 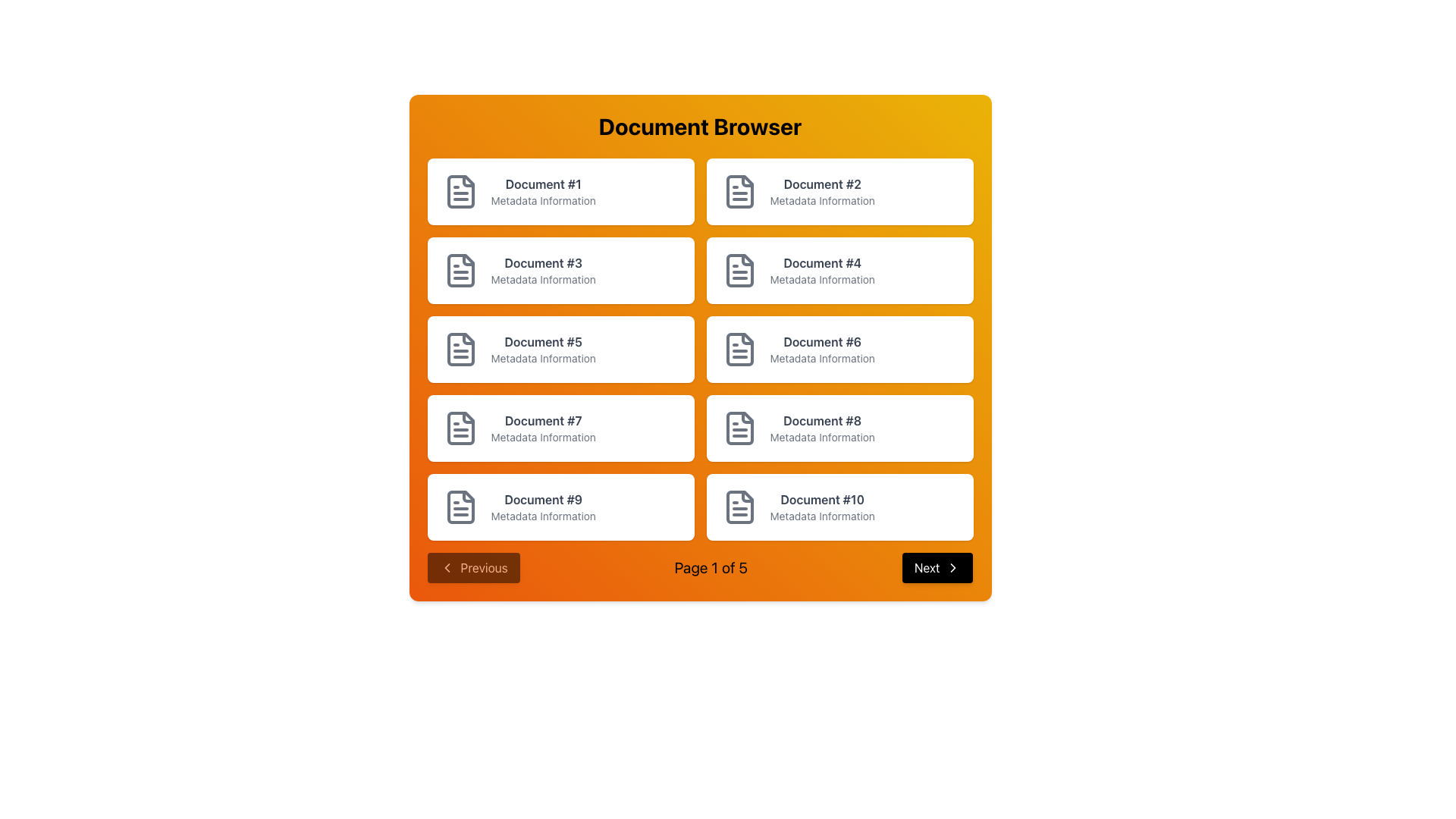 What do you see at coordinates (739, 191) in the screenshot?
I see `the document icon located in the first row of the 'Document #2' card, positioned to the left of the title 'Document #2'` at bounding box center [739, 191].